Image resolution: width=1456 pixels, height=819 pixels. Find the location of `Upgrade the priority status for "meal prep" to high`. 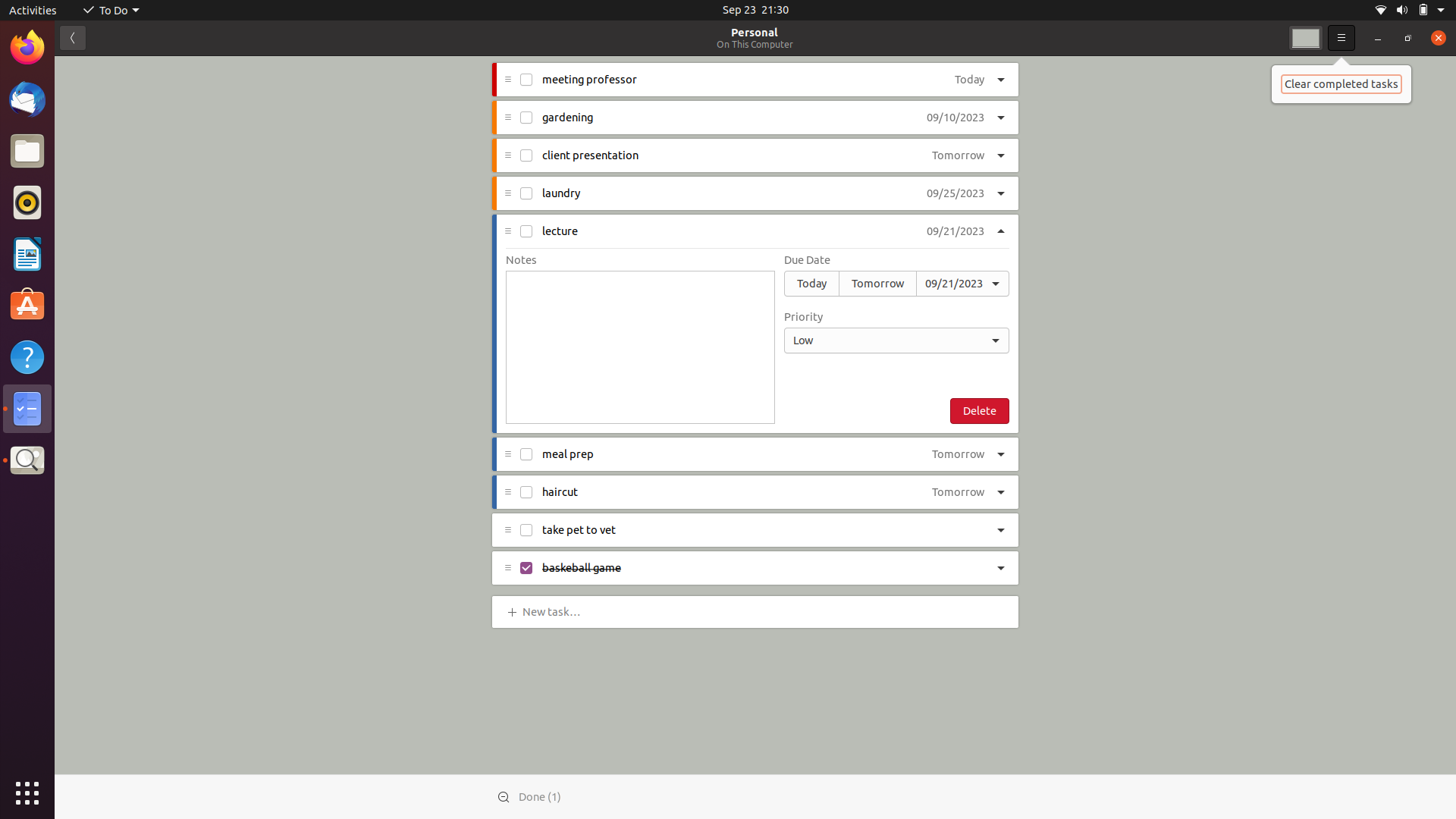

Upgrade the priority status for "meal prep" to high is located at coordinates (1003, 453).